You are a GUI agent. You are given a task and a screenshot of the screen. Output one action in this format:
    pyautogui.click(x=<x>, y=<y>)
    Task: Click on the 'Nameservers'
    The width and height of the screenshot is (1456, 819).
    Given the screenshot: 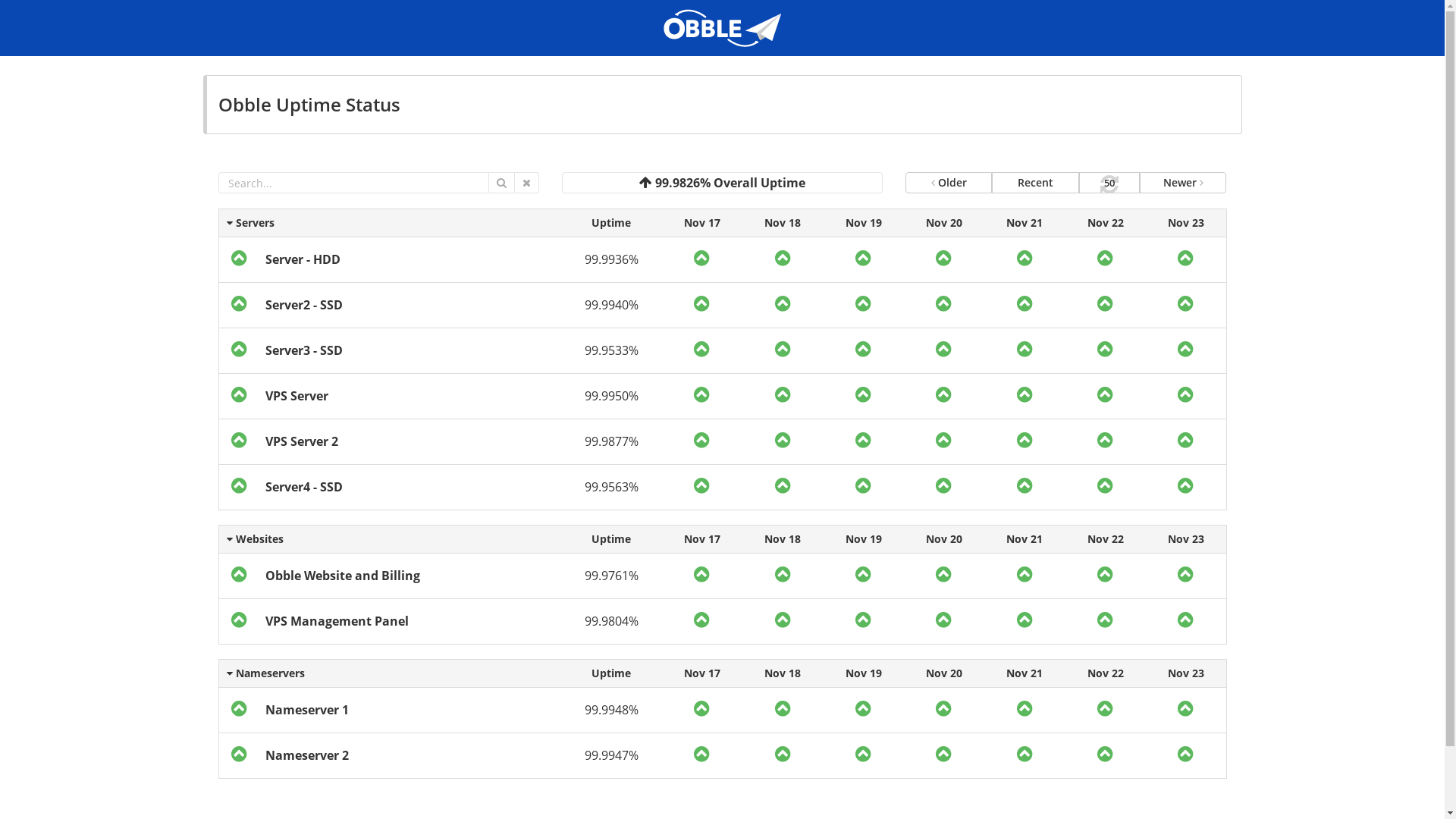 What is the action you would take?
    pyautogui.click(x=218, y=672)
    